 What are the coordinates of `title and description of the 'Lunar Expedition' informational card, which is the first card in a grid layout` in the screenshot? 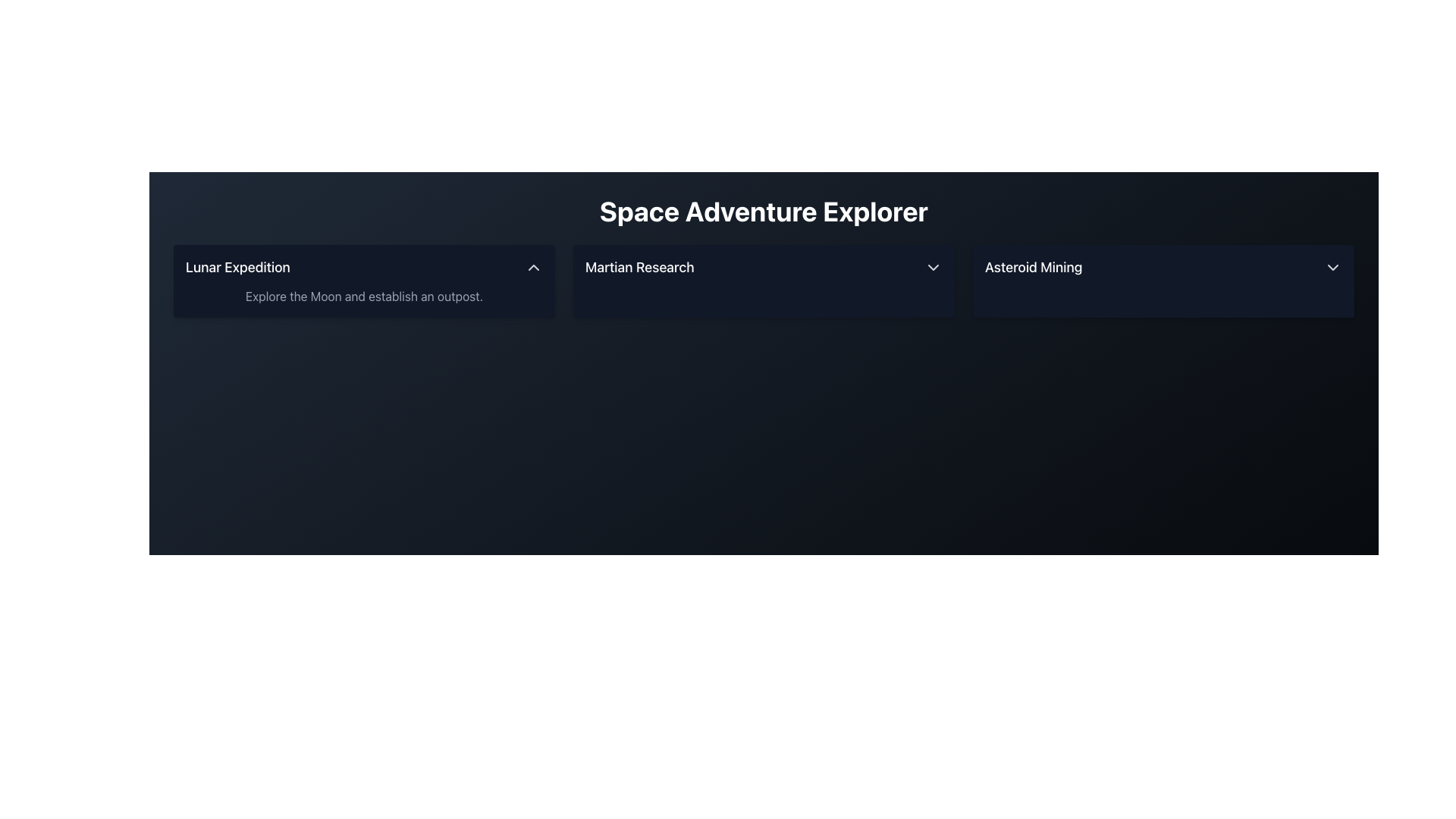 It's located at (364, 281).